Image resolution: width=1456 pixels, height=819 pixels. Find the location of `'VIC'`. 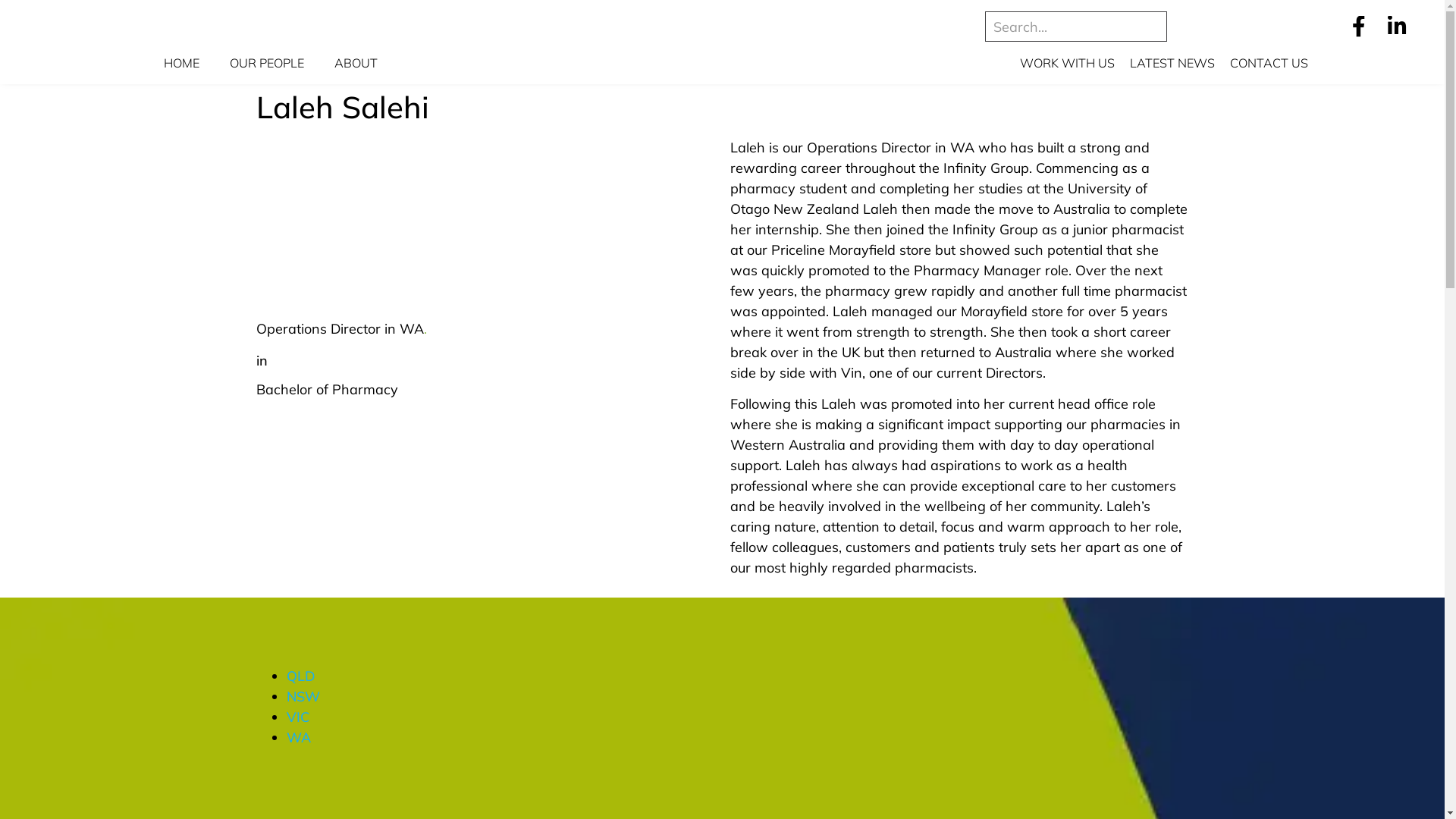

'VIC' is located at coordinates (298, 717).